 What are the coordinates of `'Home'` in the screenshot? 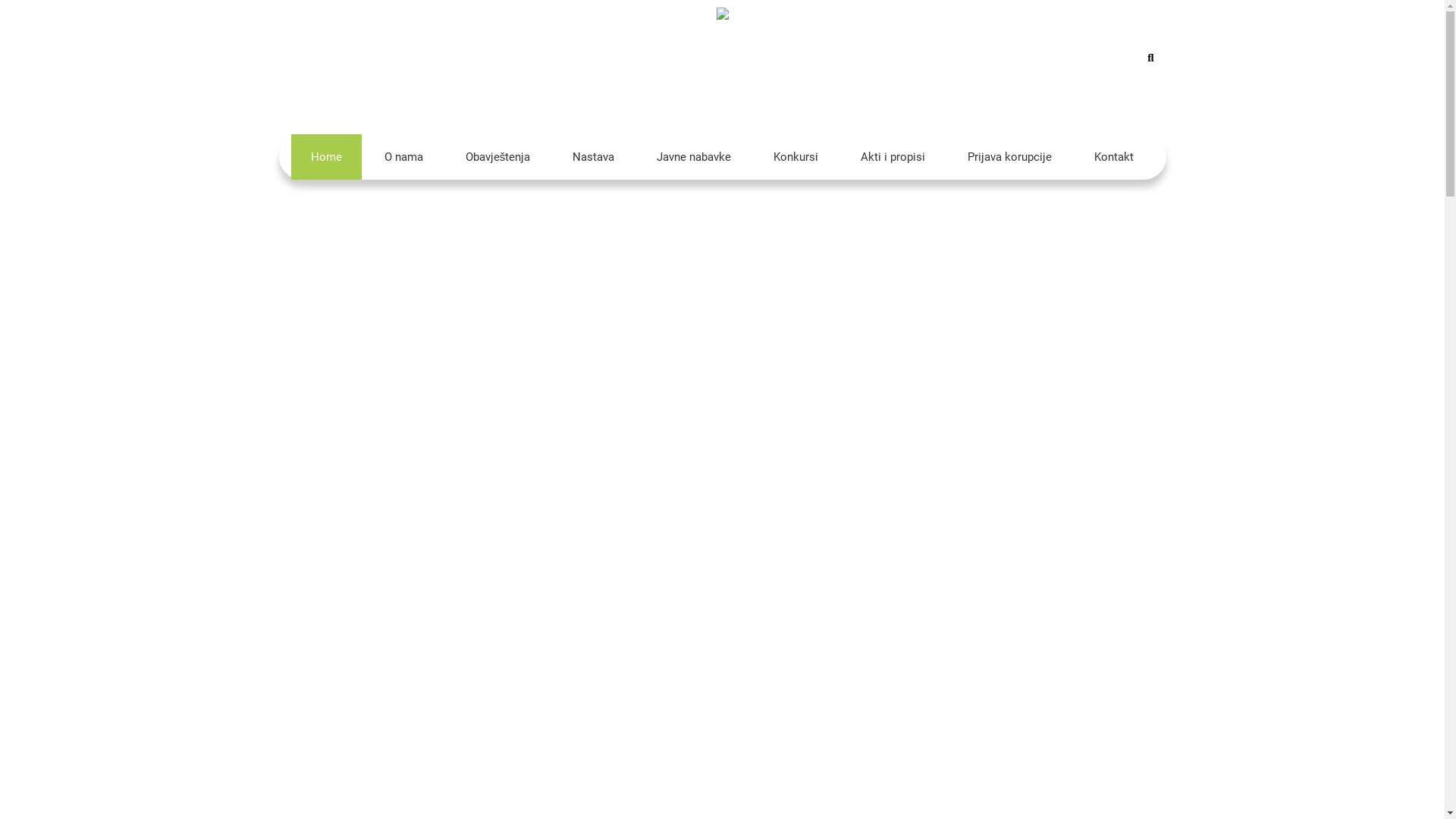 It's located at (291, 157).